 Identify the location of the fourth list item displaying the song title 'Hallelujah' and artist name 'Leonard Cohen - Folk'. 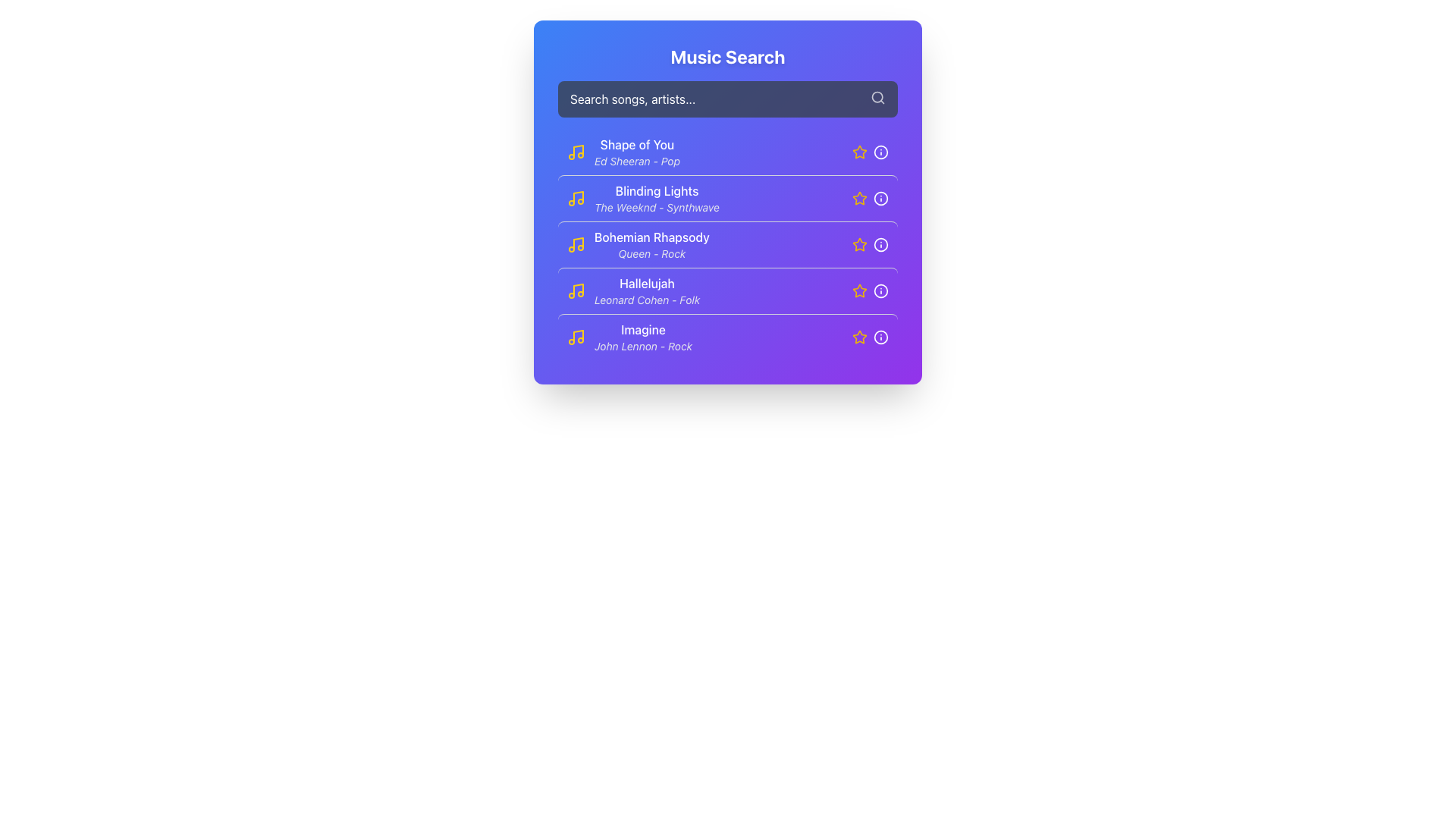
(633, 291).